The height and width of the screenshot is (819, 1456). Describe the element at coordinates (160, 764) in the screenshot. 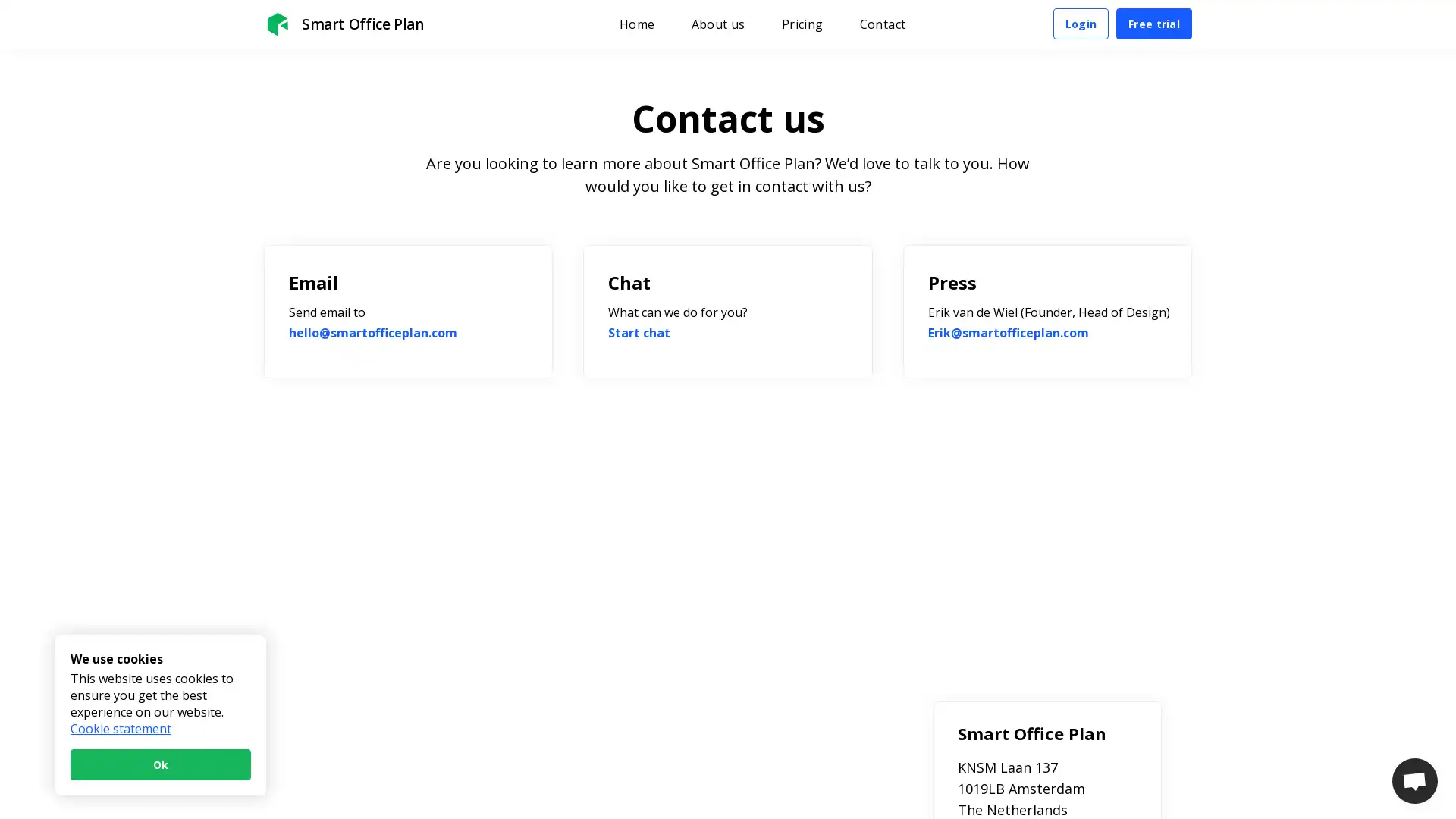

I see `Ok` at that location.